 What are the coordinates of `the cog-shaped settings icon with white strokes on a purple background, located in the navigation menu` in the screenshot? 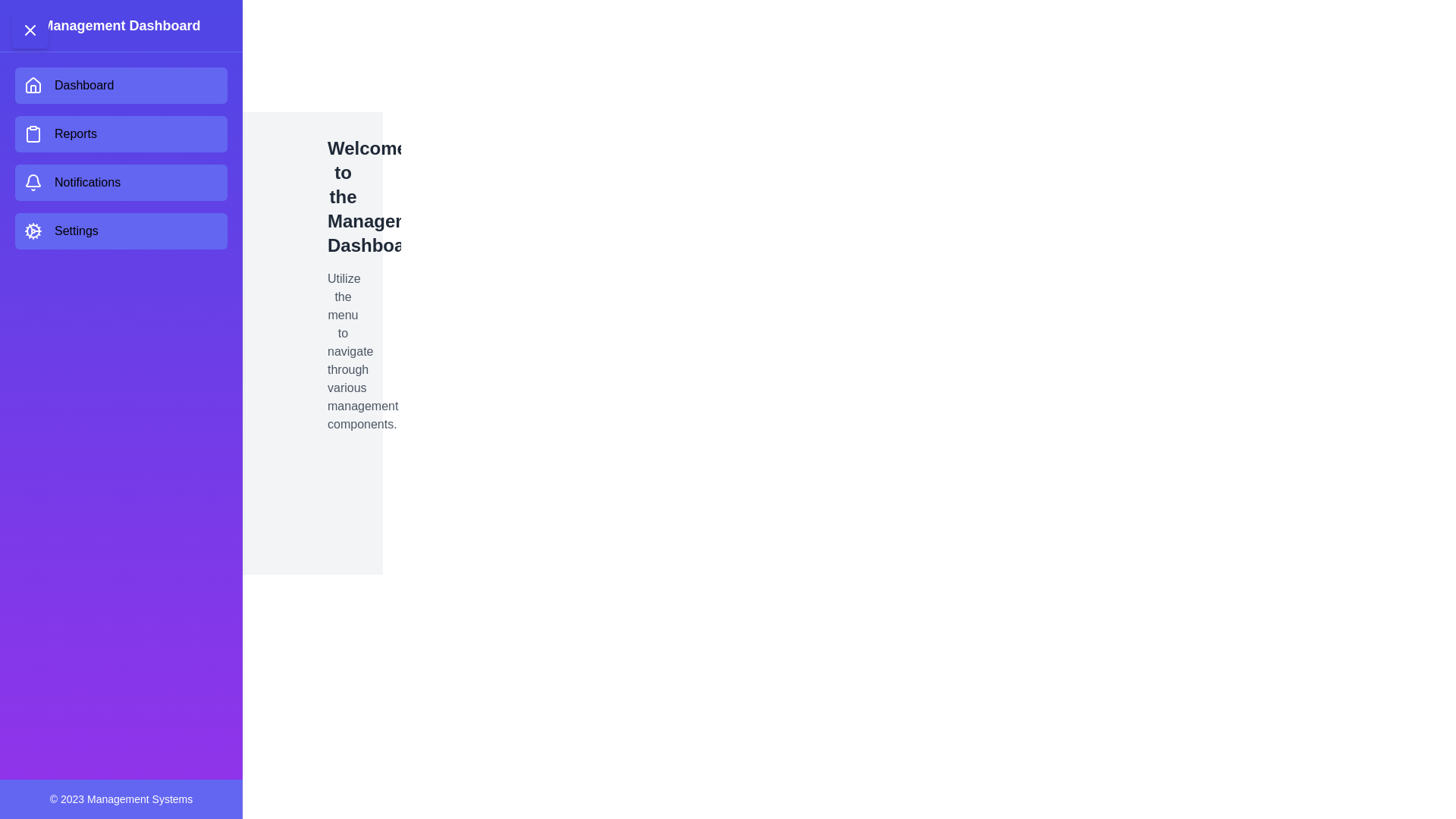 It's located at (33, 231).